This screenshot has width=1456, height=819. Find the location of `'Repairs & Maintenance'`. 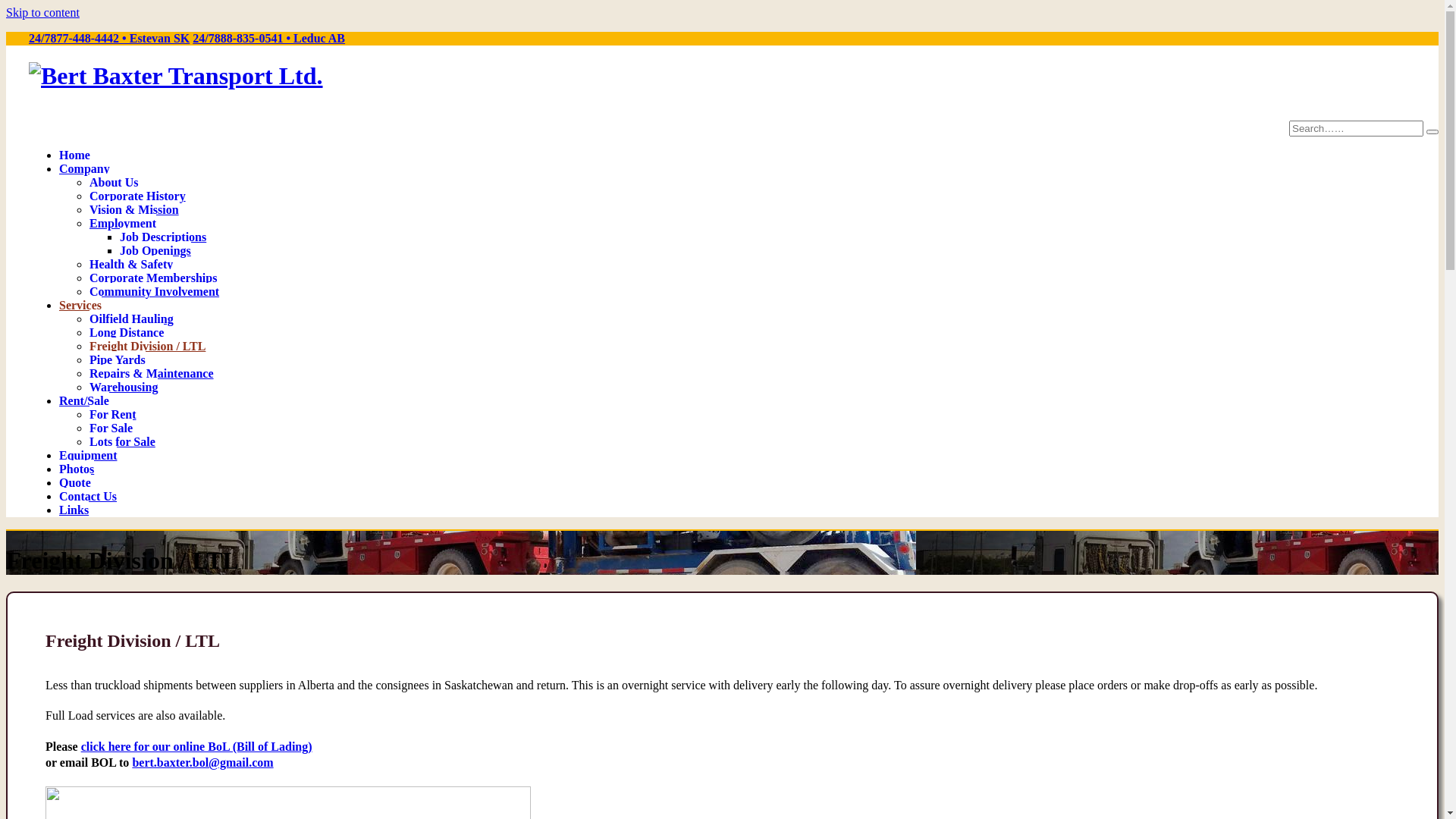

'Repairs & Maintenance' is located at coordinates (152, 372).